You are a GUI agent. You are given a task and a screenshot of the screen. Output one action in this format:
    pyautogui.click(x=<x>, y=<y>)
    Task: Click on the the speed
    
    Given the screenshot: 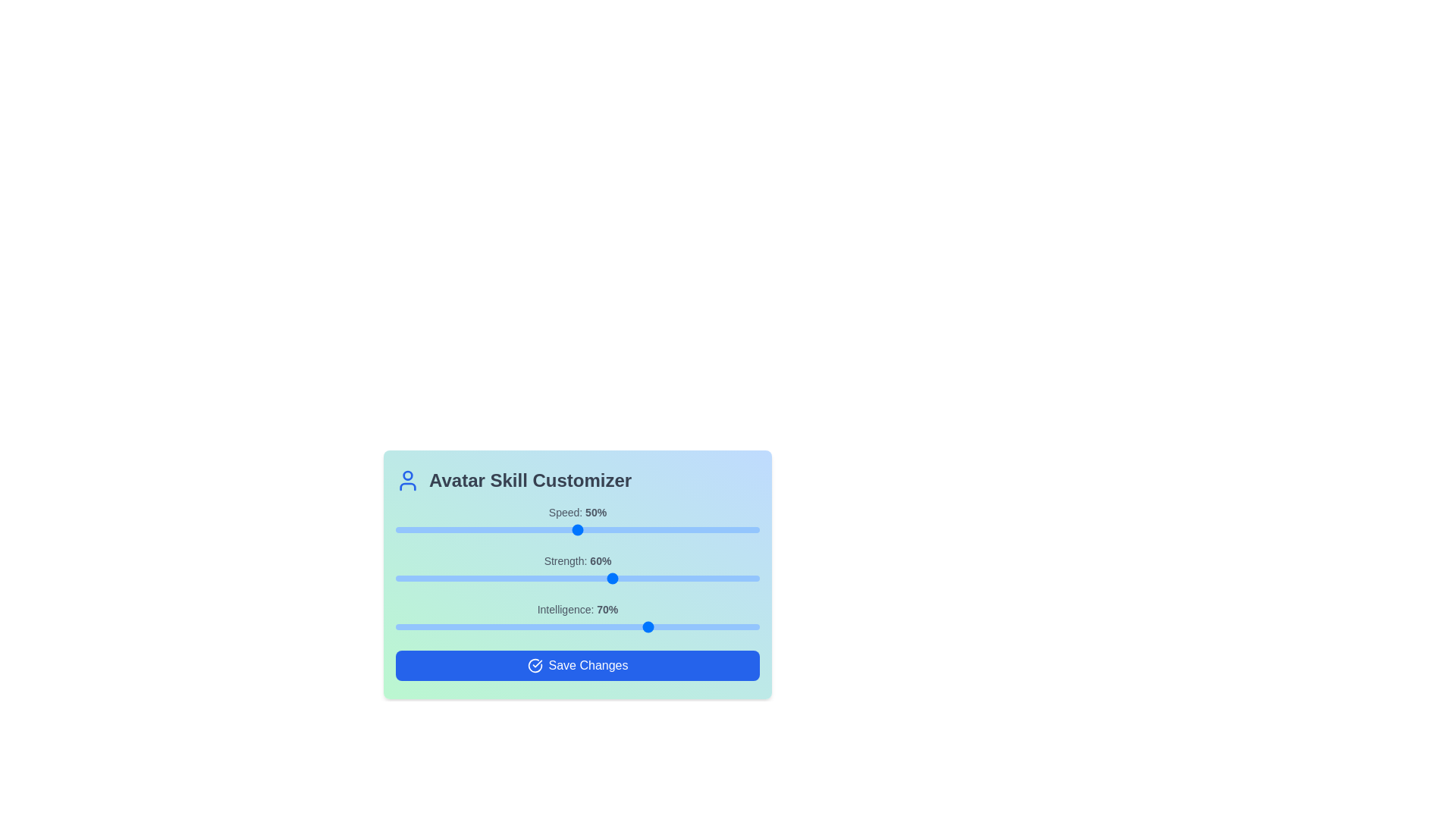 What is the action you would take?
    pyautogui.click(x=442, y=529)
    